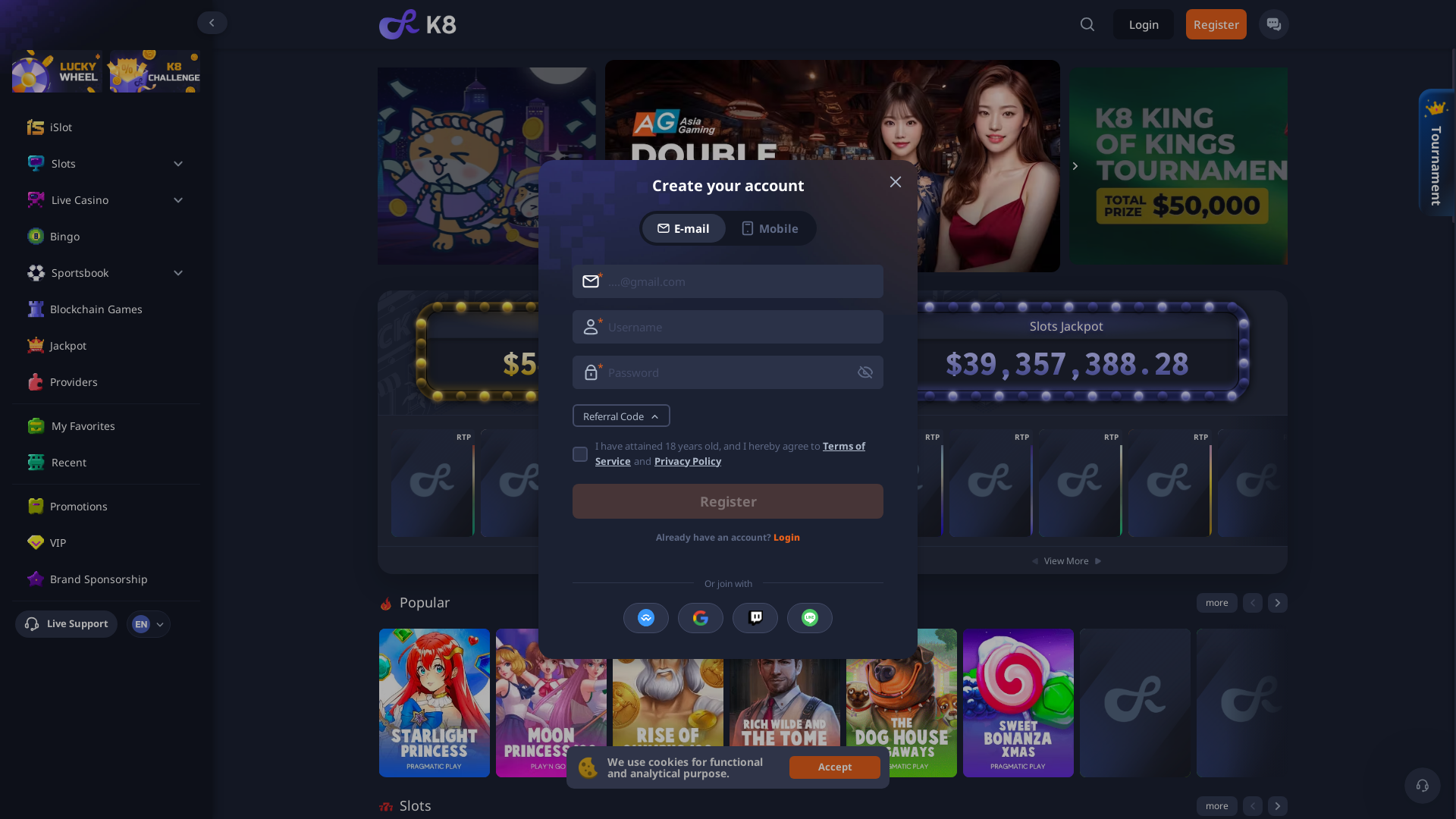 This screenshot has height=819, width=1456. I want to click on 'Allstar 7s Hold and Win', so click(990, 482).